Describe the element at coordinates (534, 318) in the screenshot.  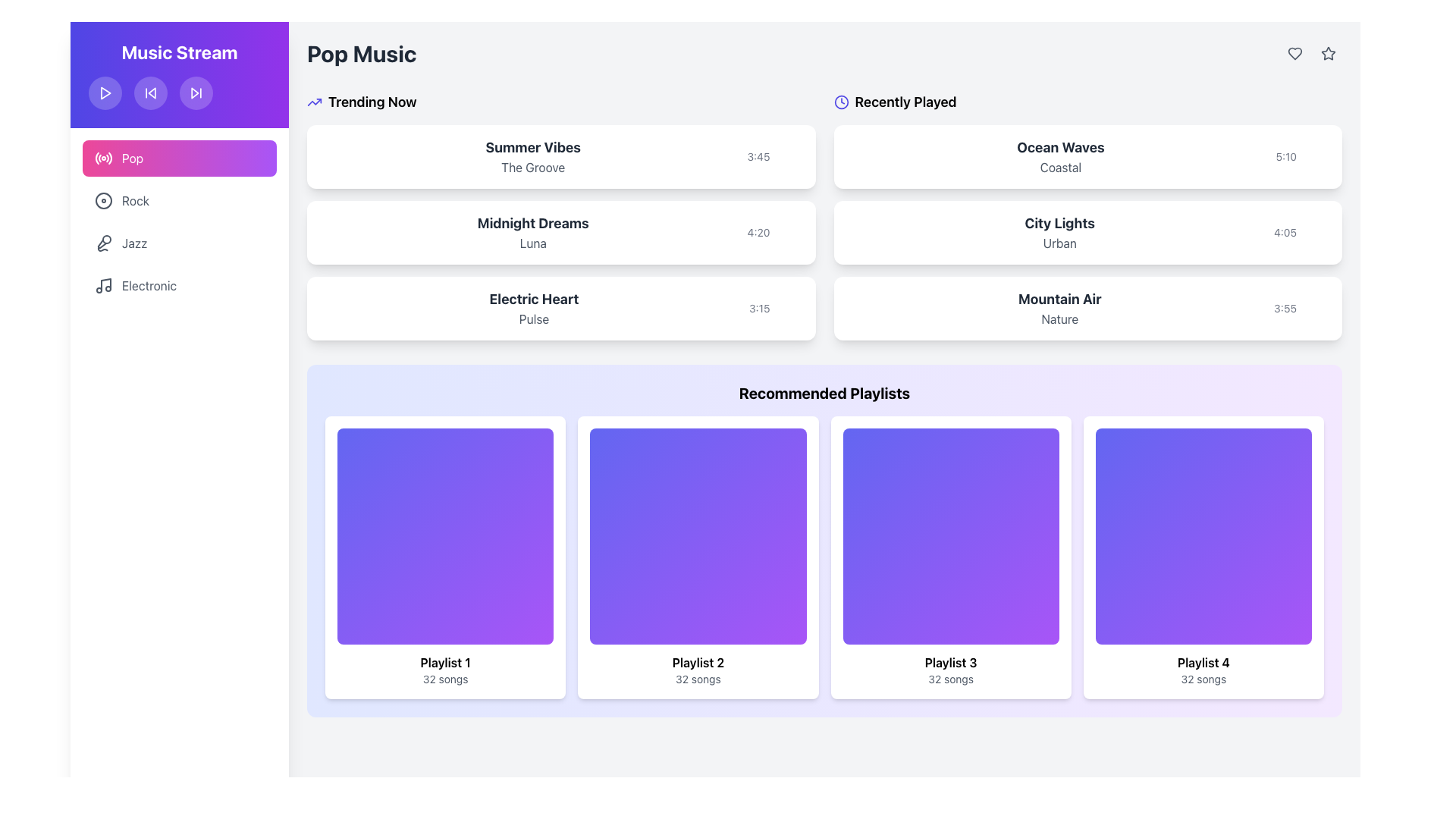
I see `the text label that serves as a subtitle for the music track 'Electric Heart', which is positioned directly beneath the title in the 'Trending Now' section` at that location.